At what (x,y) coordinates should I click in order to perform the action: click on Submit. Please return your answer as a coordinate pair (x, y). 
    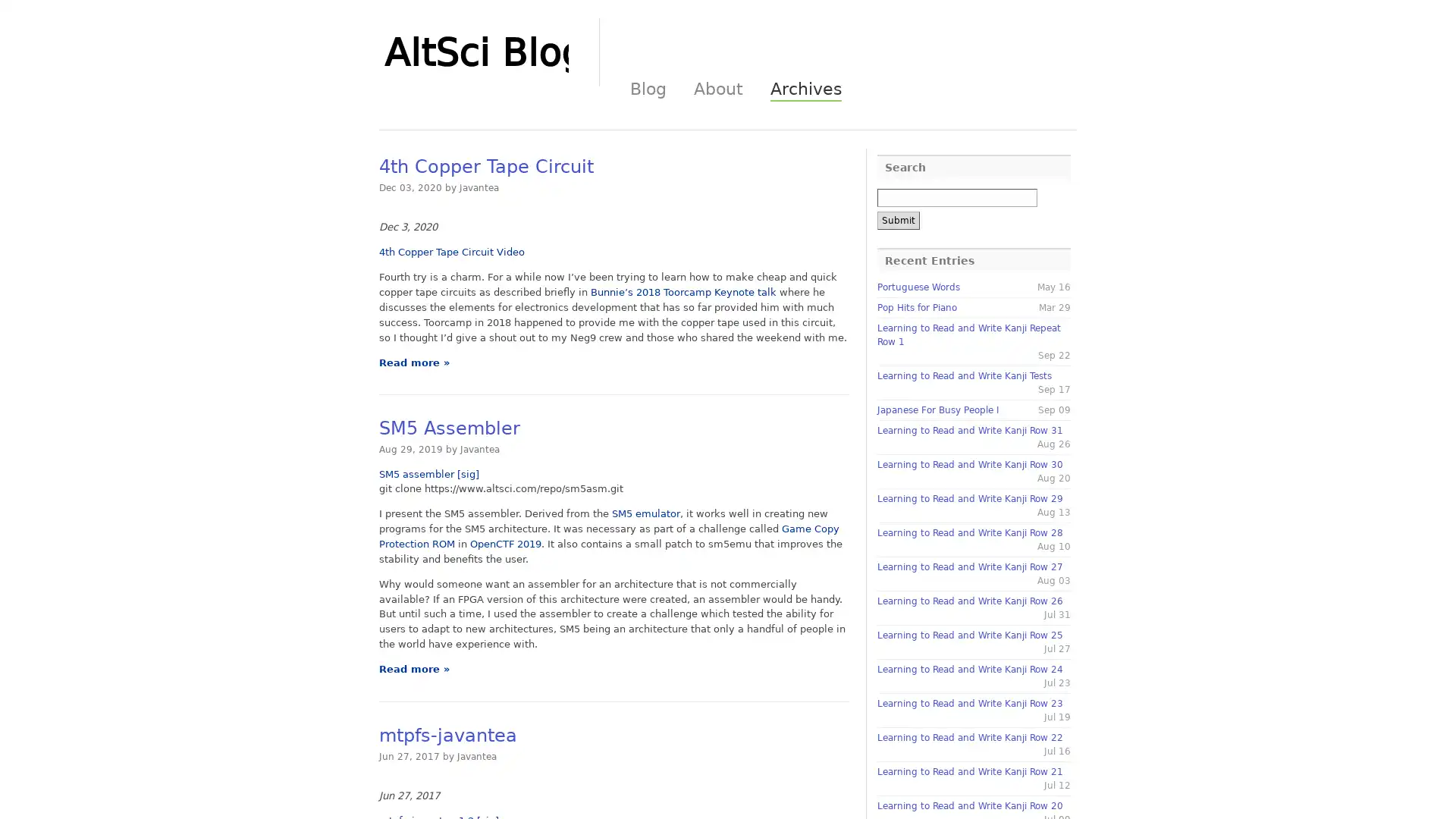
    Looking at the image, I should click on (899, 220).